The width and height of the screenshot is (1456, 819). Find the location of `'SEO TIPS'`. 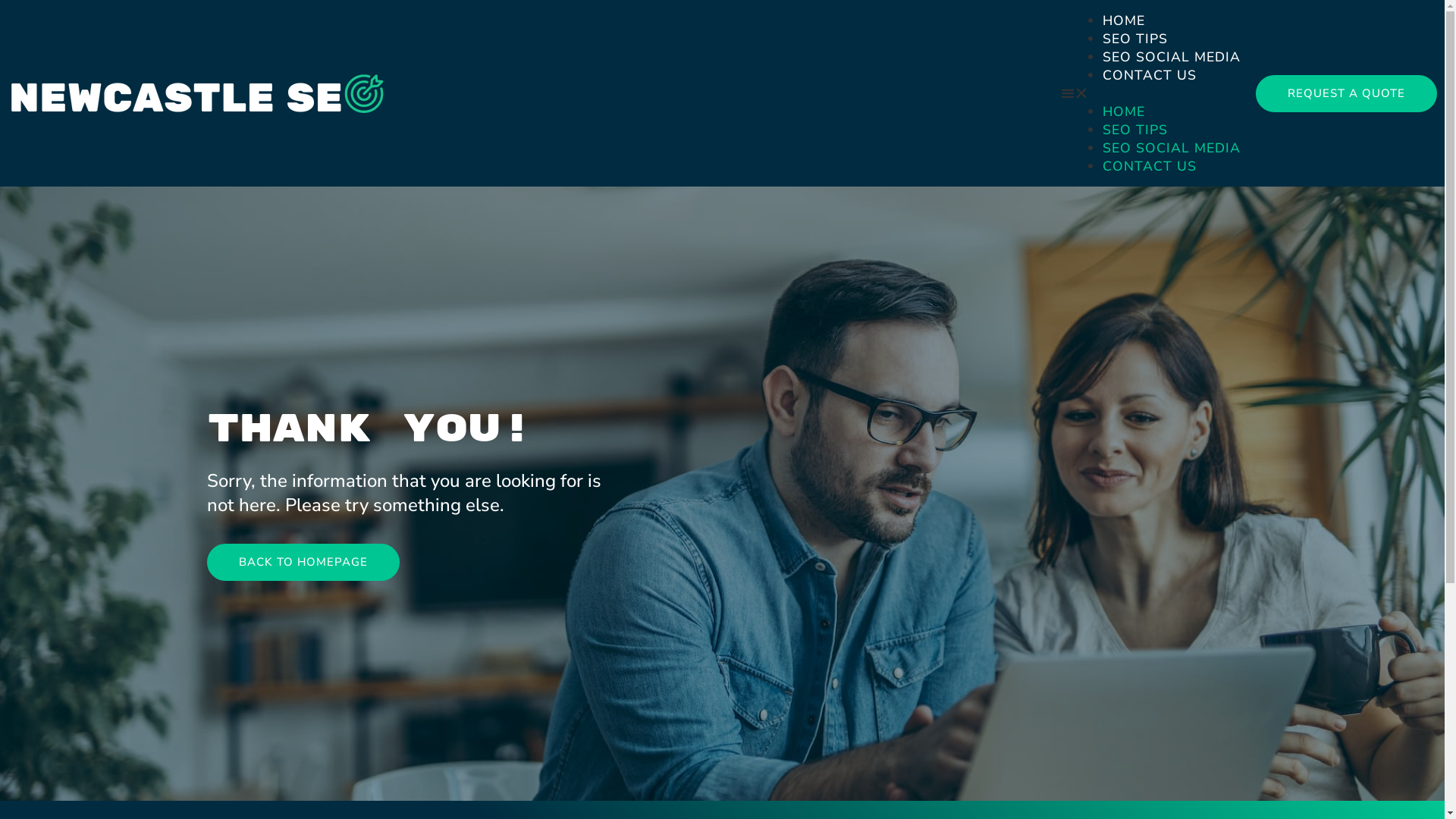

'SEO TIPS' is located at coordinates (1135, 128).